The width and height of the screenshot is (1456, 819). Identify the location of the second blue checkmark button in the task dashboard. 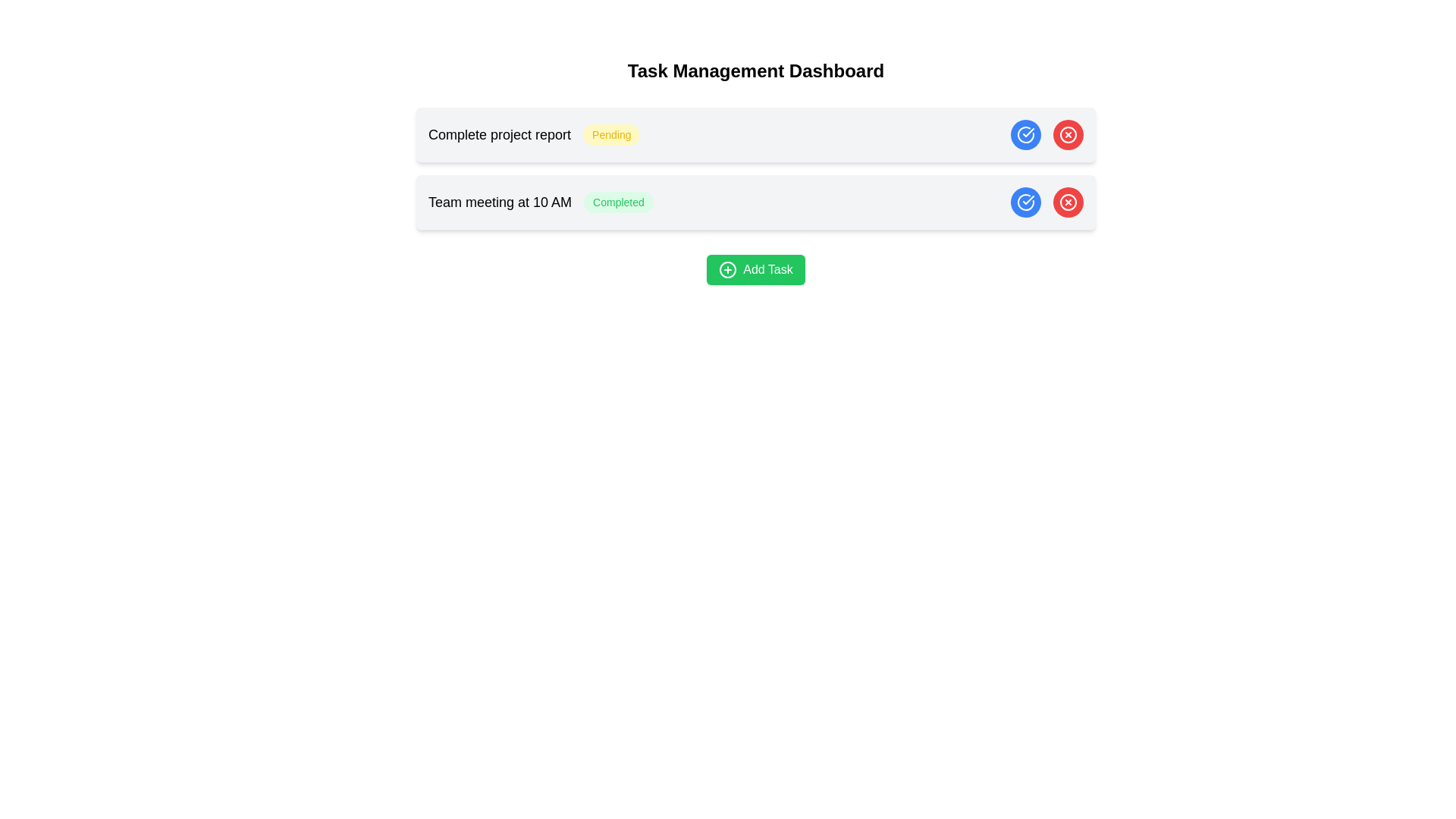
(1026, 201).